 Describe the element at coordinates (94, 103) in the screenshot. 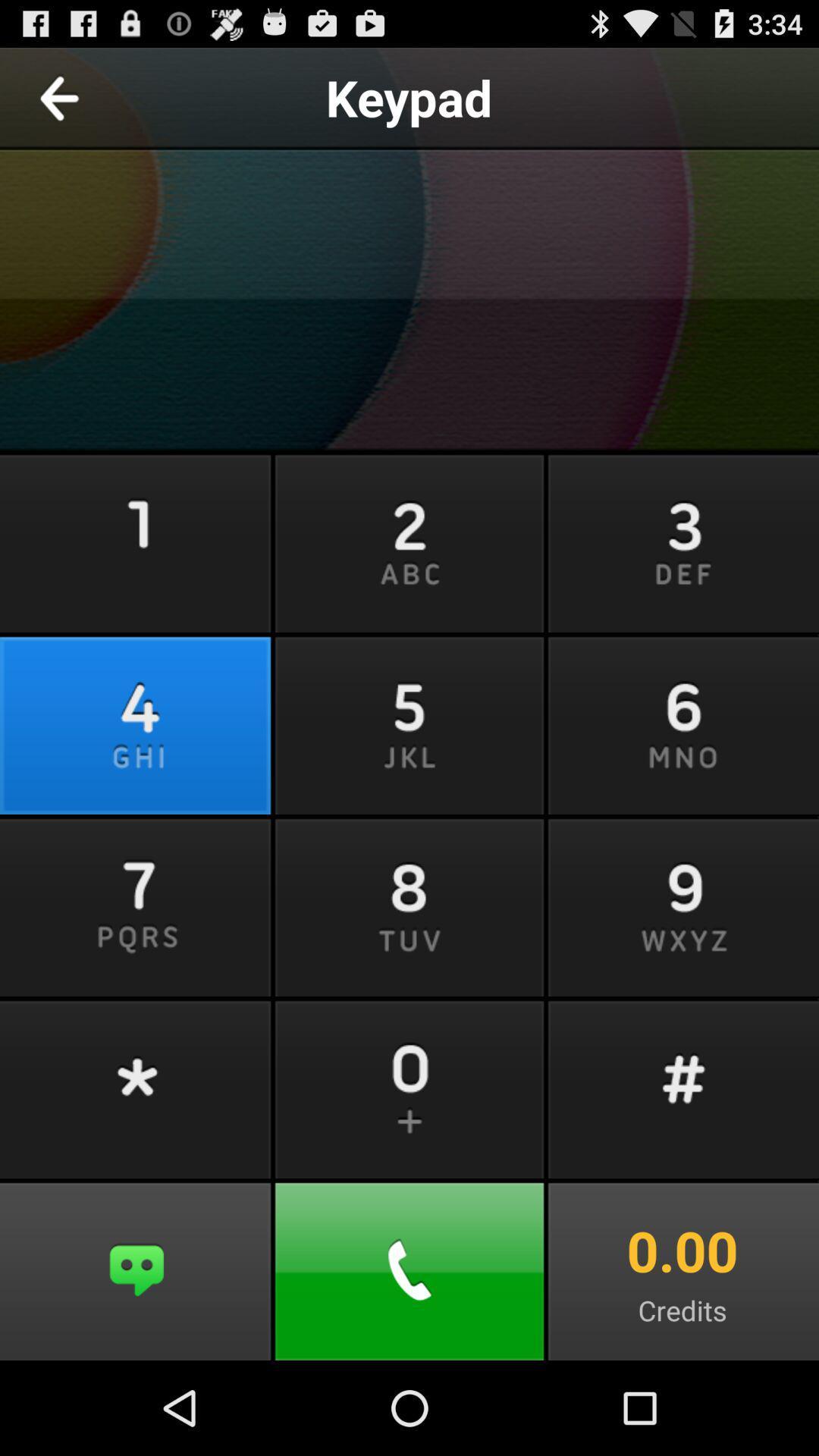

I see `the arrow_backward icon` at that location.